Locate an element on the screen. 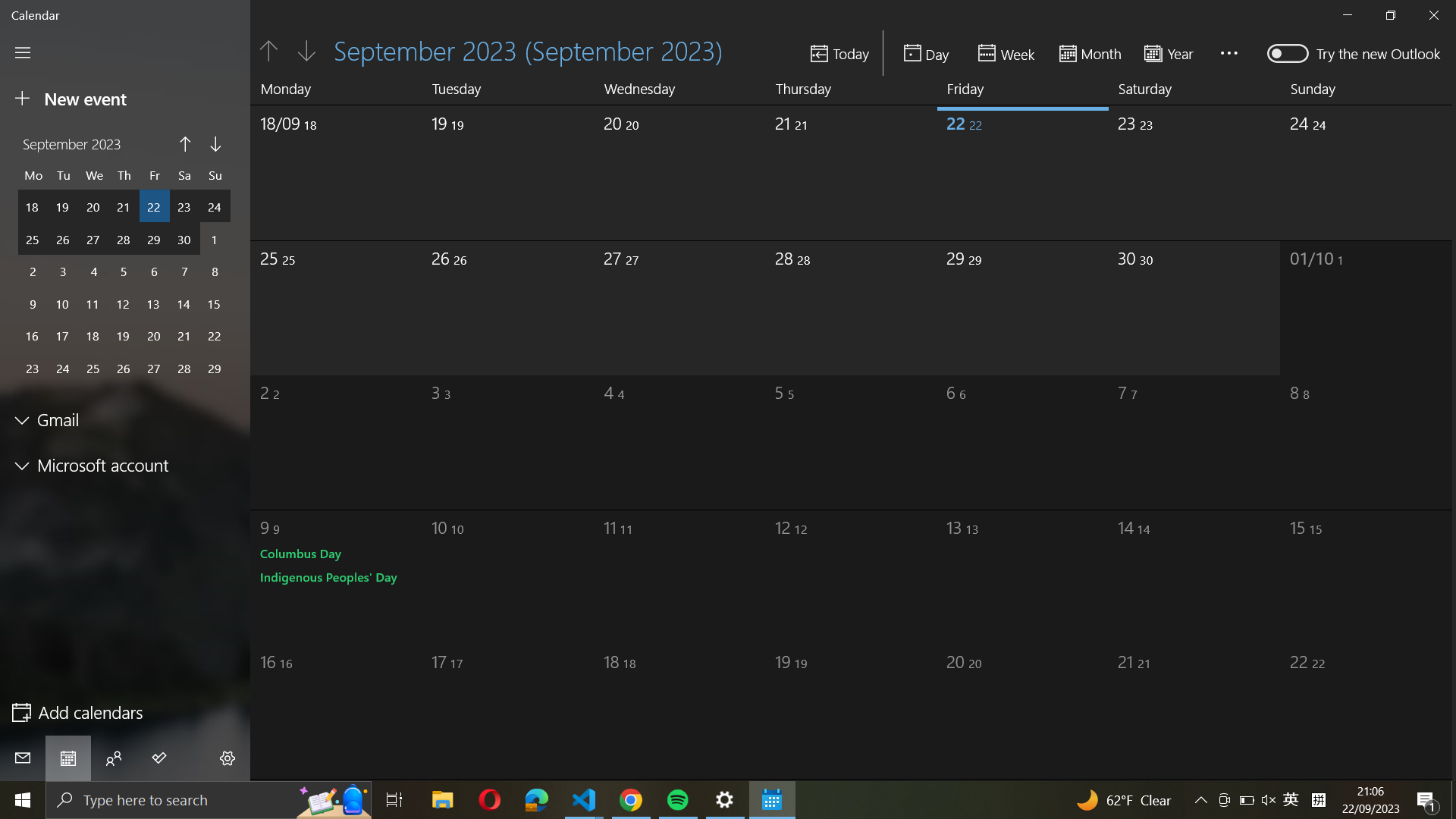  Switch mode to "weekly" calendar is located at coordinates (1008, 52).